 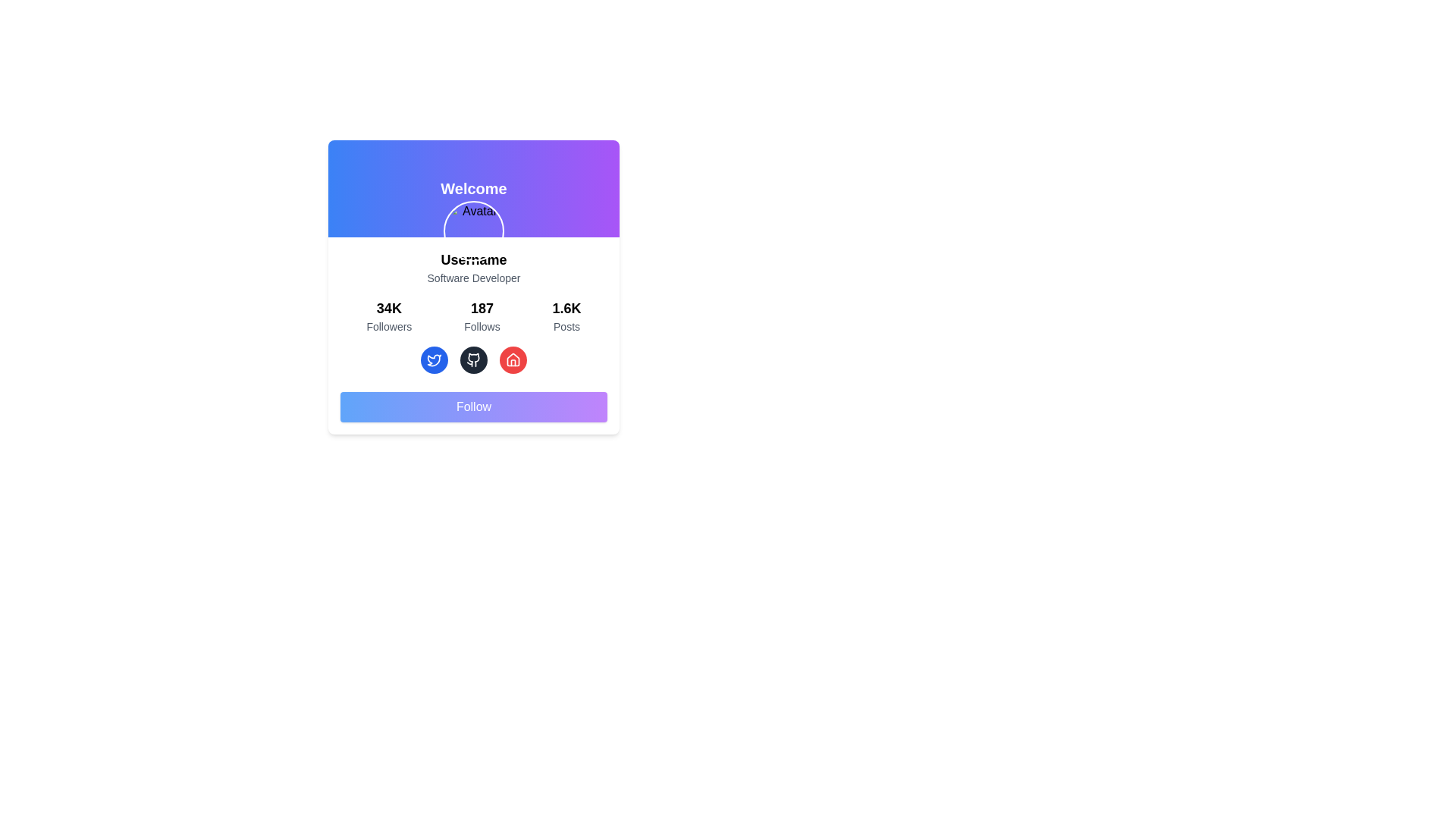 What do you see at coordinates (472, 188) in the screenshot?
I see `text label displaying 'Welcome' which is prominently styled in white against a blue to purple gradient background, located at the top-center of the card UI` at bounding box center [472, 188].